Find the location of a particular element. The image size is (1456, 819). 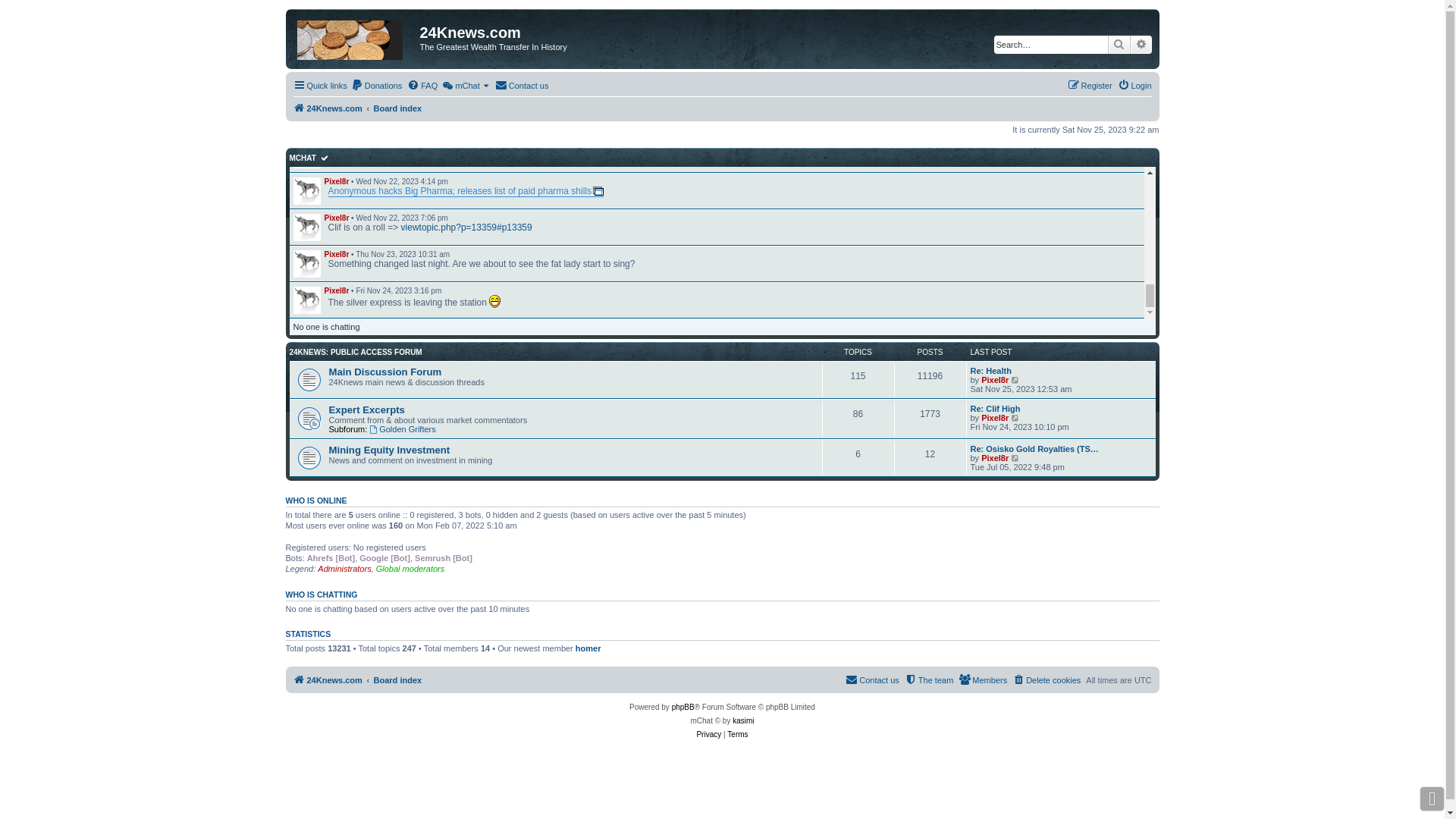

'Terms' is located at coordinates (737, 733).